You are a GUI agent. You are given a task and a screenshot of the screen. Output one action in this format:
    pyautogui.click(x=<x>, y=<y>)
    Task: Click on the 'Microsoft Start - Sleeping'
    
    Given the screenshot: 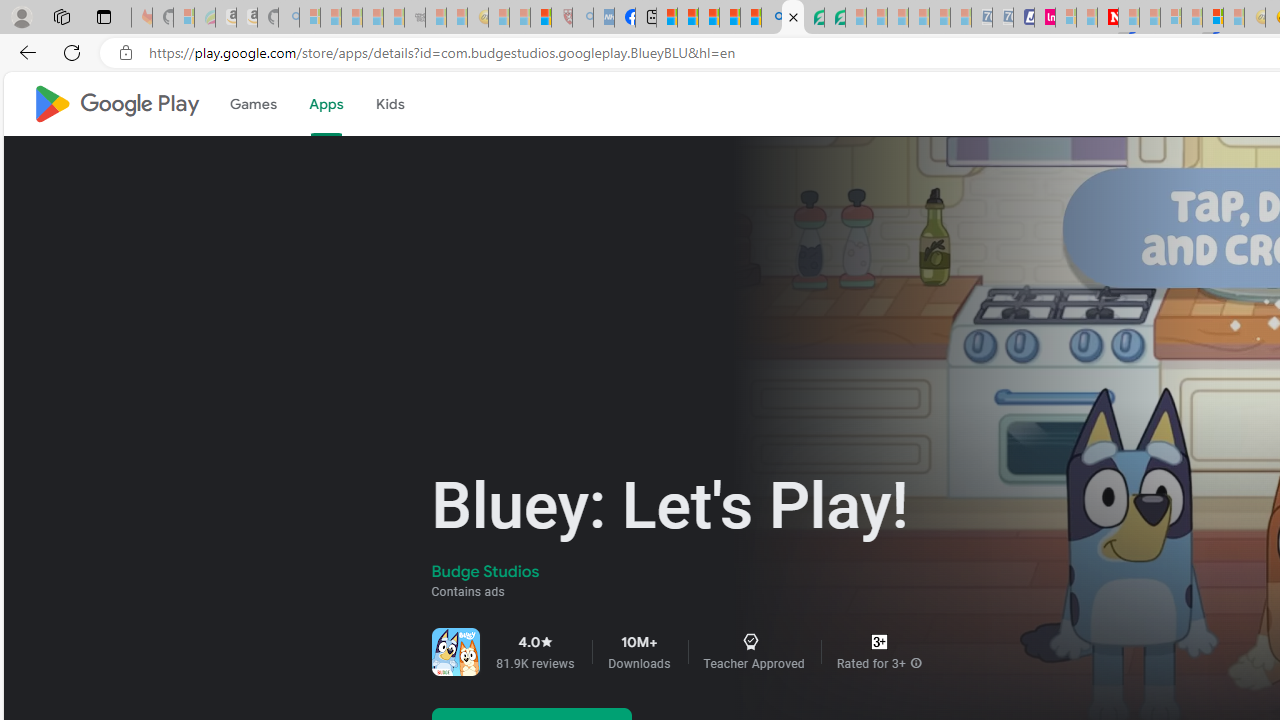 What is the action you would take?
    pyautogui.click(x=1085, y=17)
    